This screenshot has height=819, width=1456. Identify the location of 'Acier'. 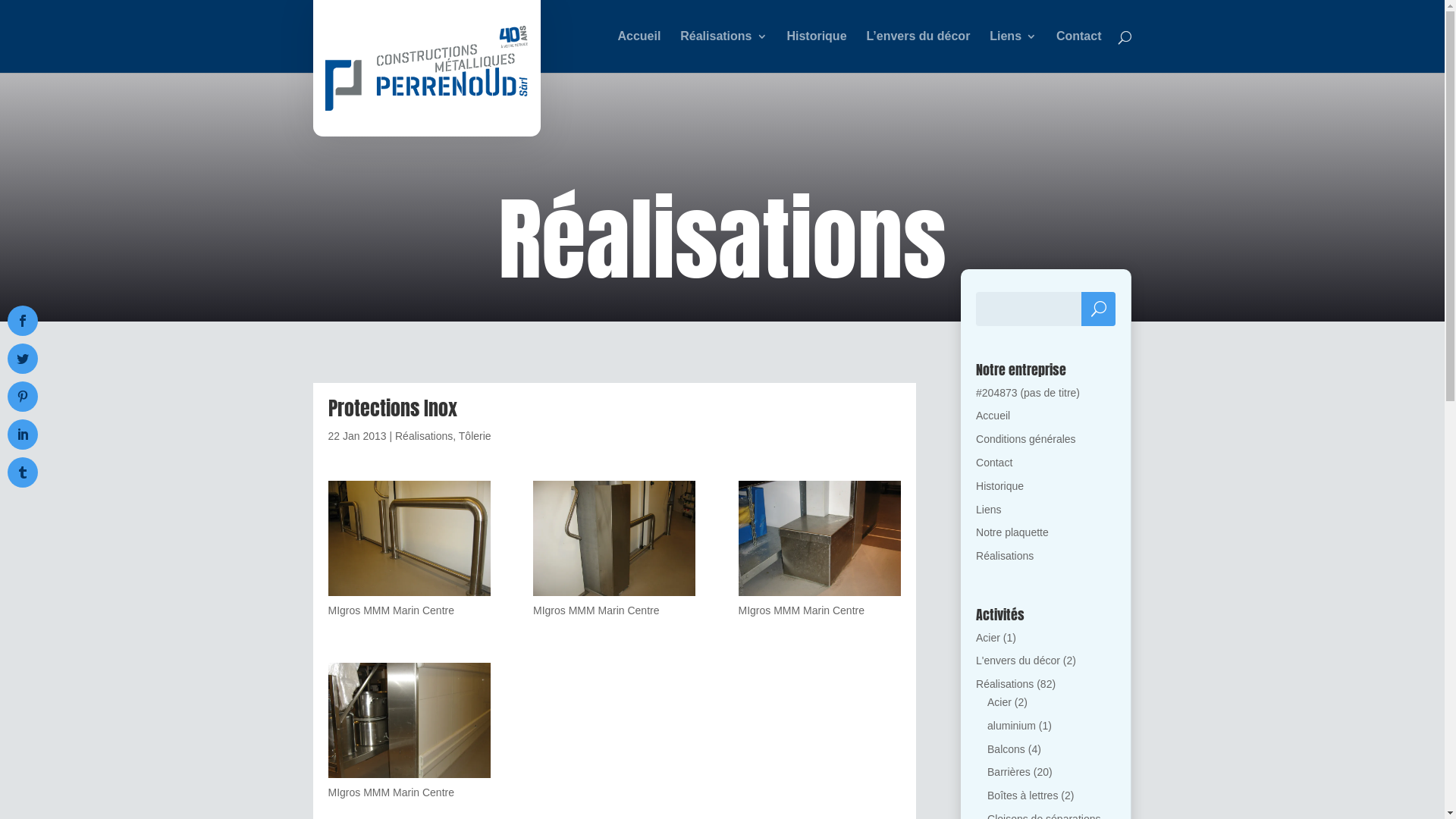
(987, 637).